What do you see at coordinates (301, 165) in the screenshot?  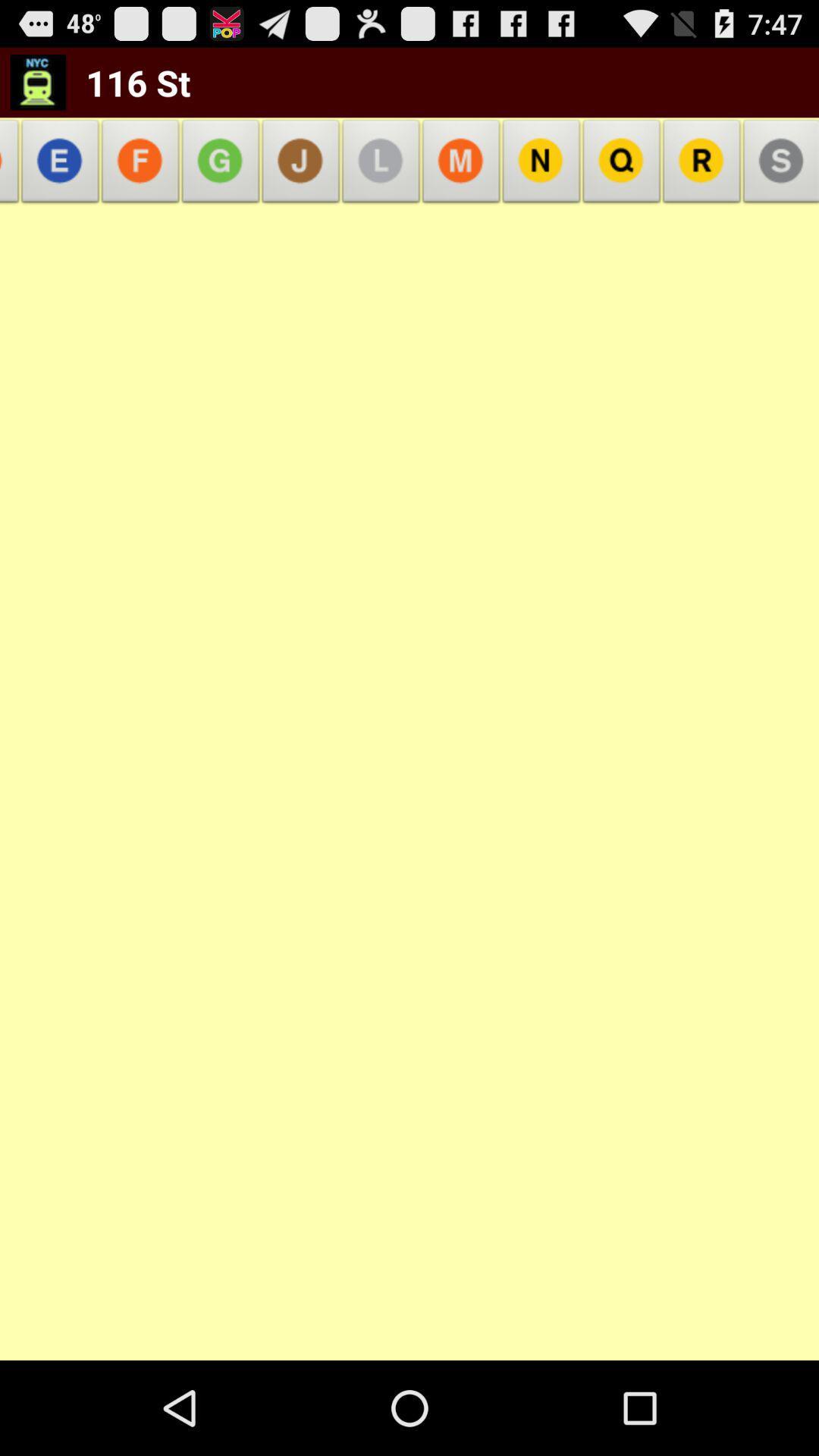 I see `the item next to 116 st app` at bounding box center [301, 165].